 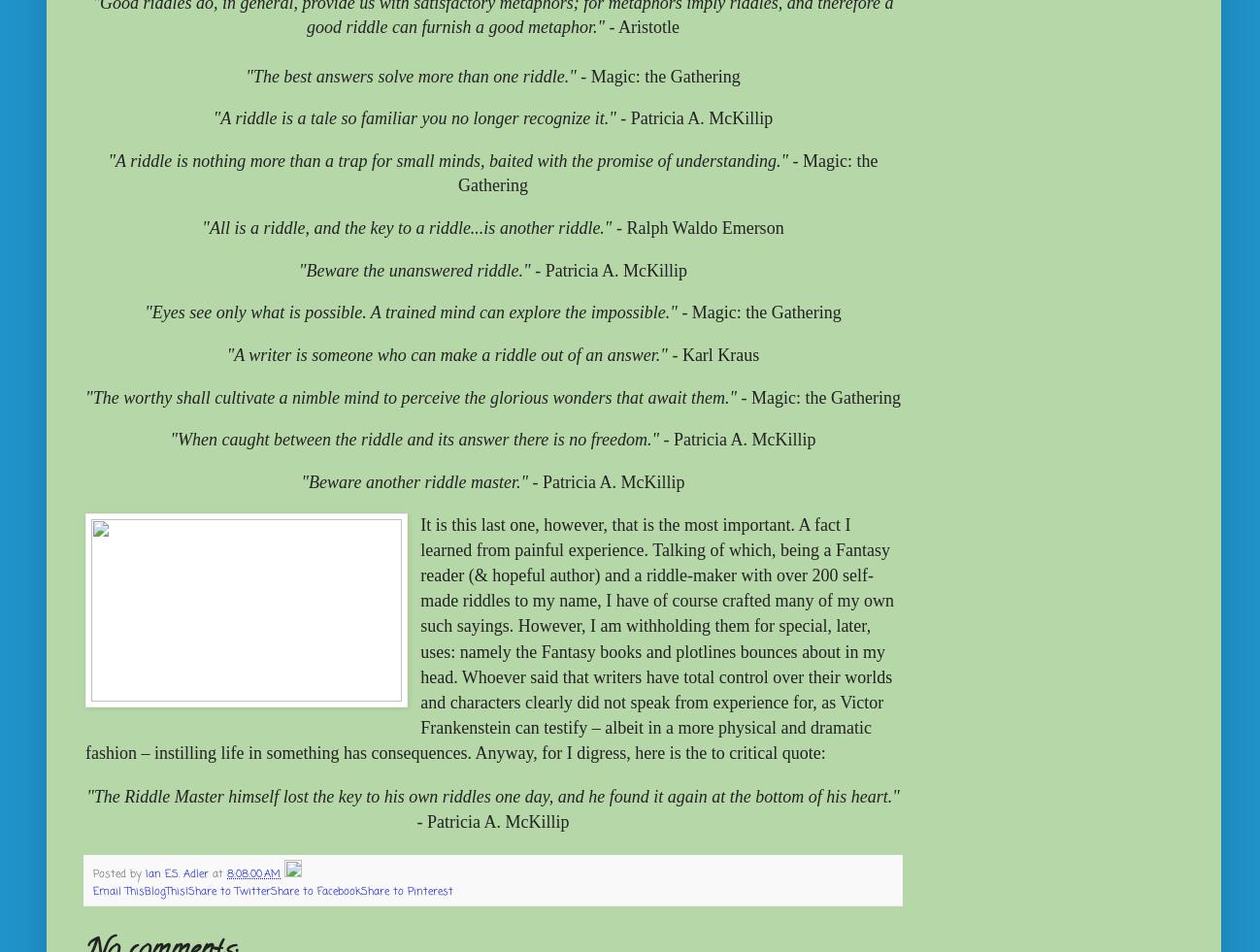 I want to click on '- Patricia A. McKillip', so click(x=492, y=821).